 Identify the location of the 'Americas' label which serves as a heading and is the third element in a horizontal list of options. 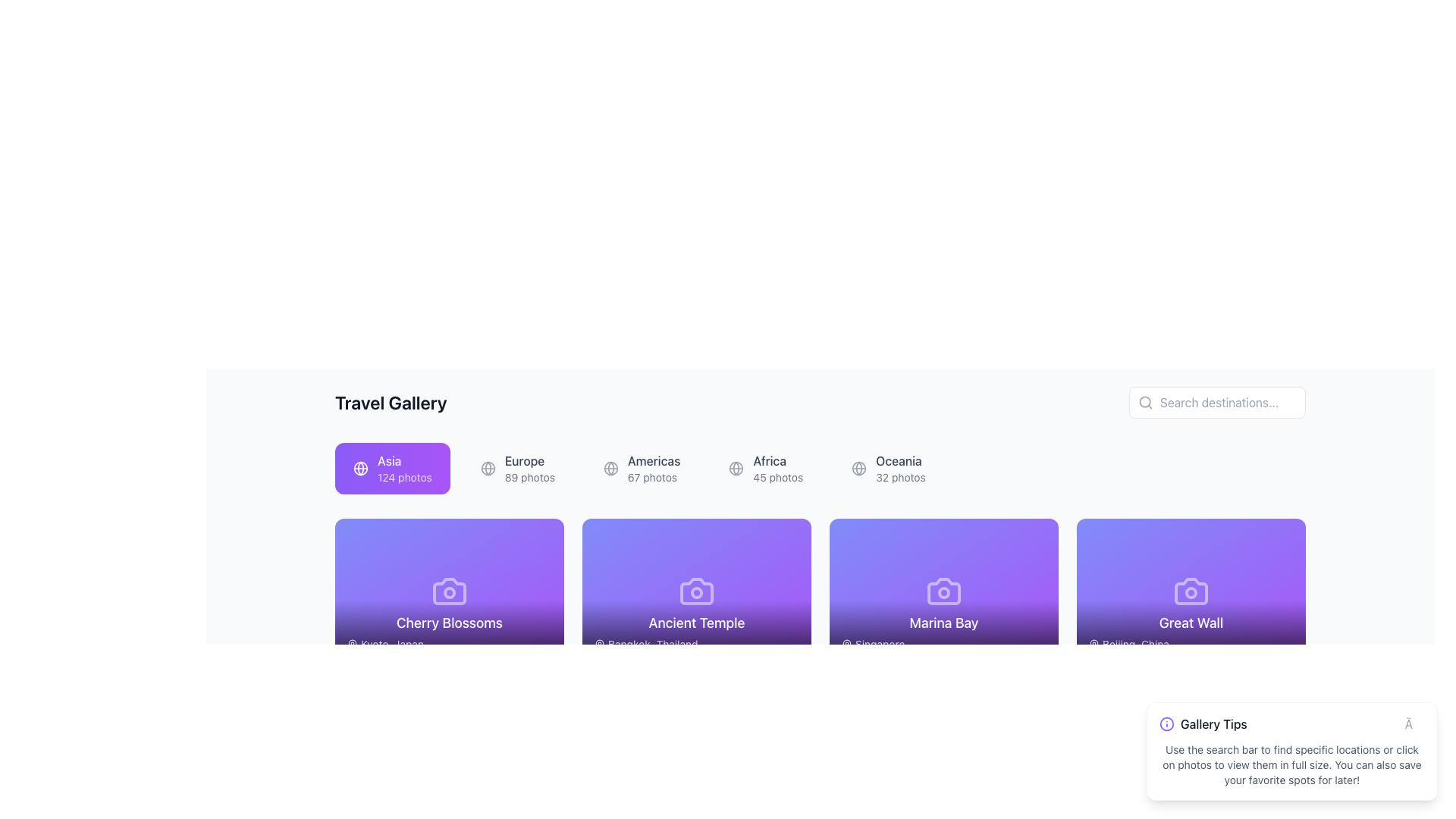
(654, 460).